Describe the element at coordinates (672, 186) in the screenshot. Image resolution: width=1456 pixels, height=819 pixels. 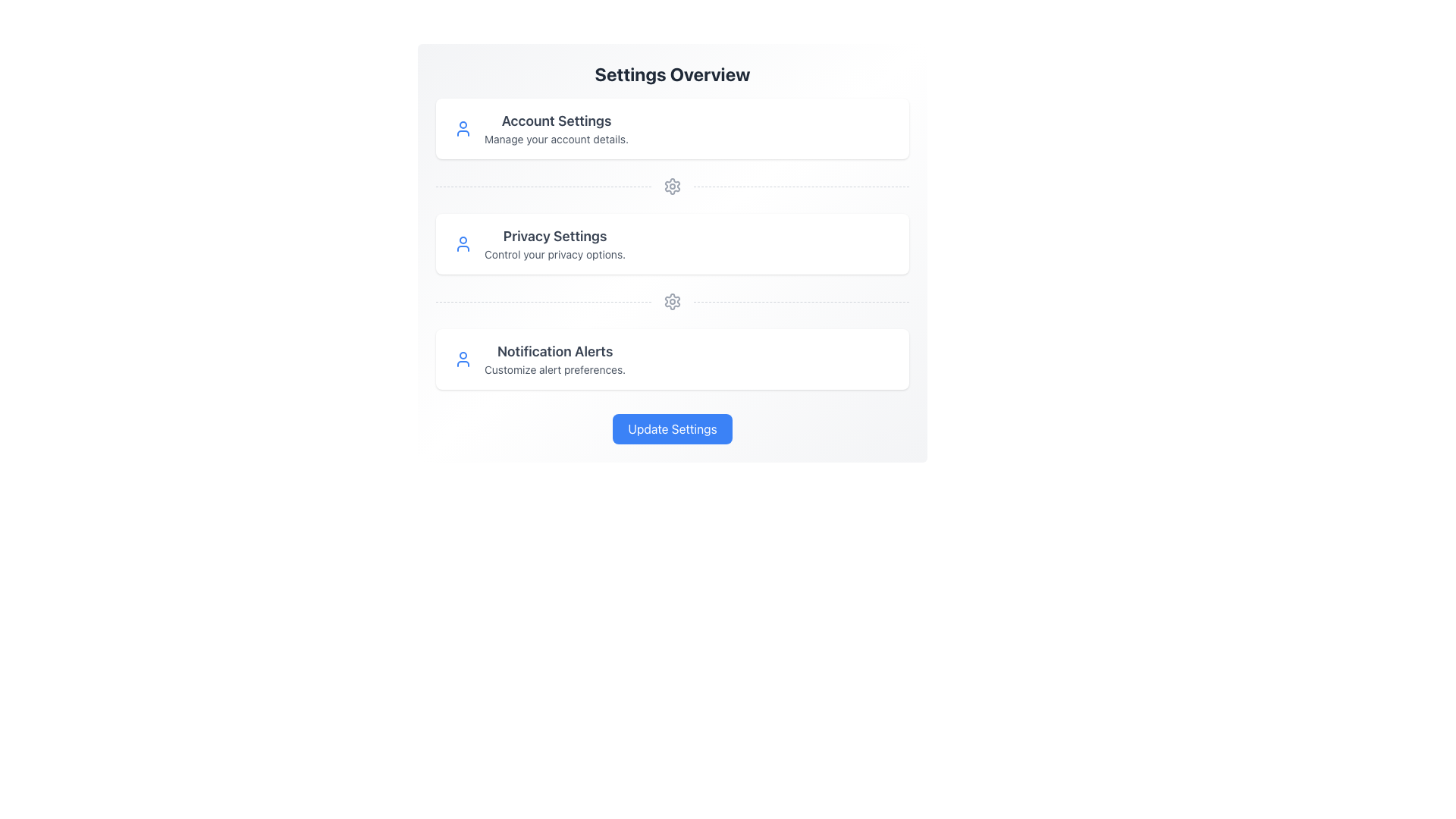
I see `the gear-shaped settings icon located beneath the 'Privacy Settings' section and above the 'Notification Alerts' section in the central part of the interface` at that location.